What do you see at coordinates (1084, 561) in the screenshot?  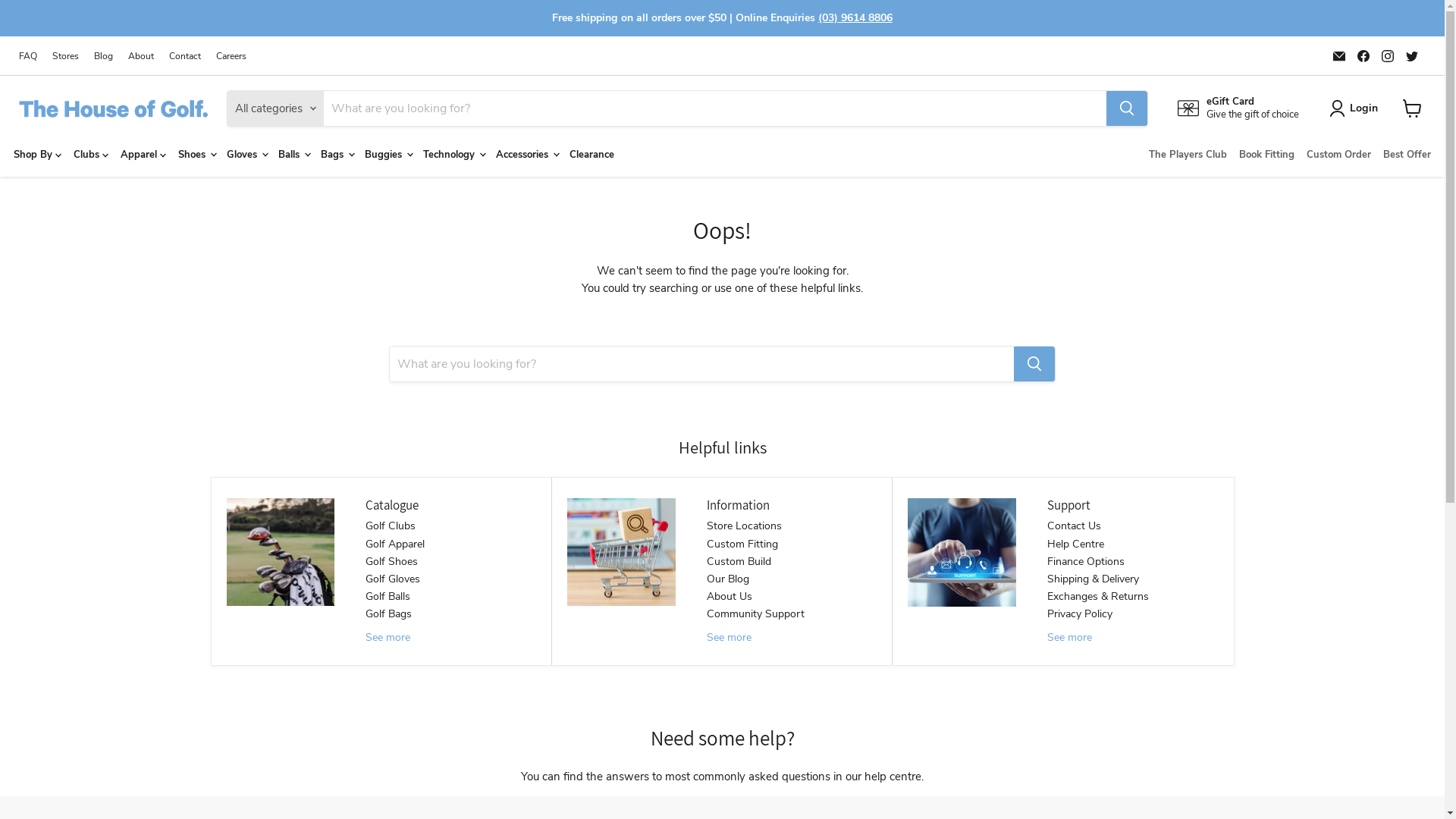 I see `'Finance Options'` at bounding box center [1084, 561].